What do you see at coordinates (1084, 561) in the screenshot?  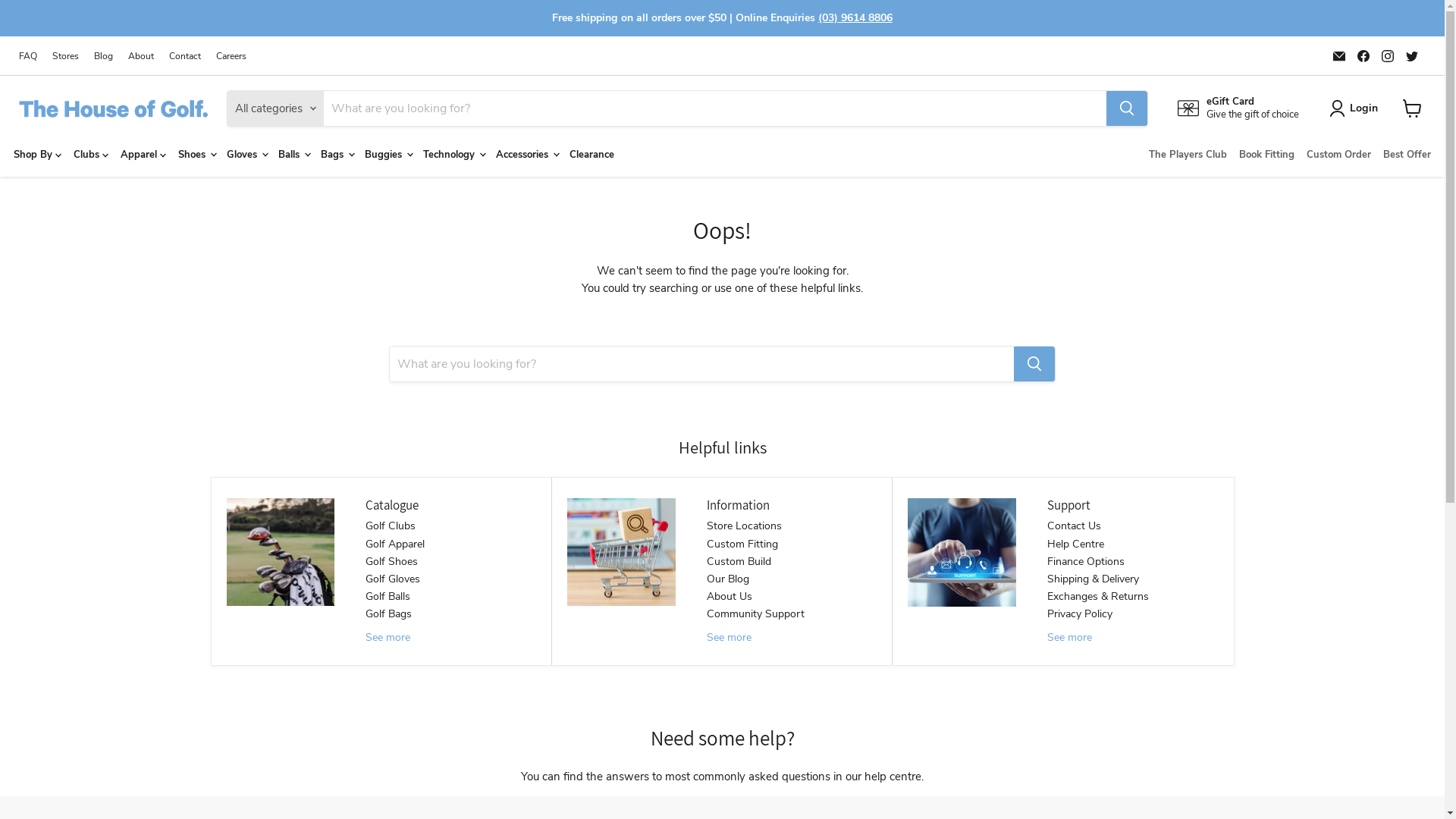 I see `'Finance Options'` at bounding box center [1084, 561].